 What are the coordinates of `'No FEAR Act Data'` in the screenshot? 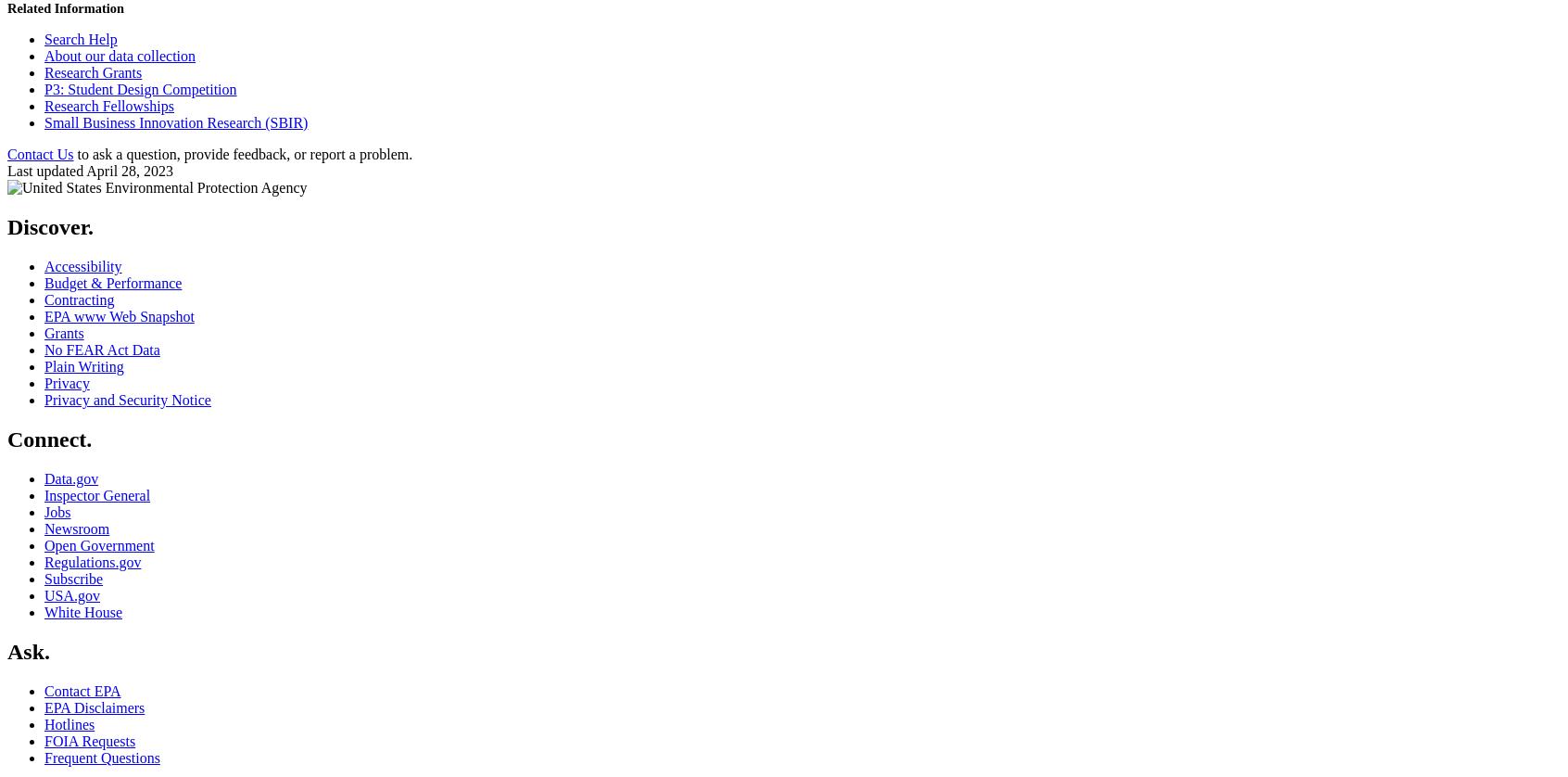 It's located at (101, 349).